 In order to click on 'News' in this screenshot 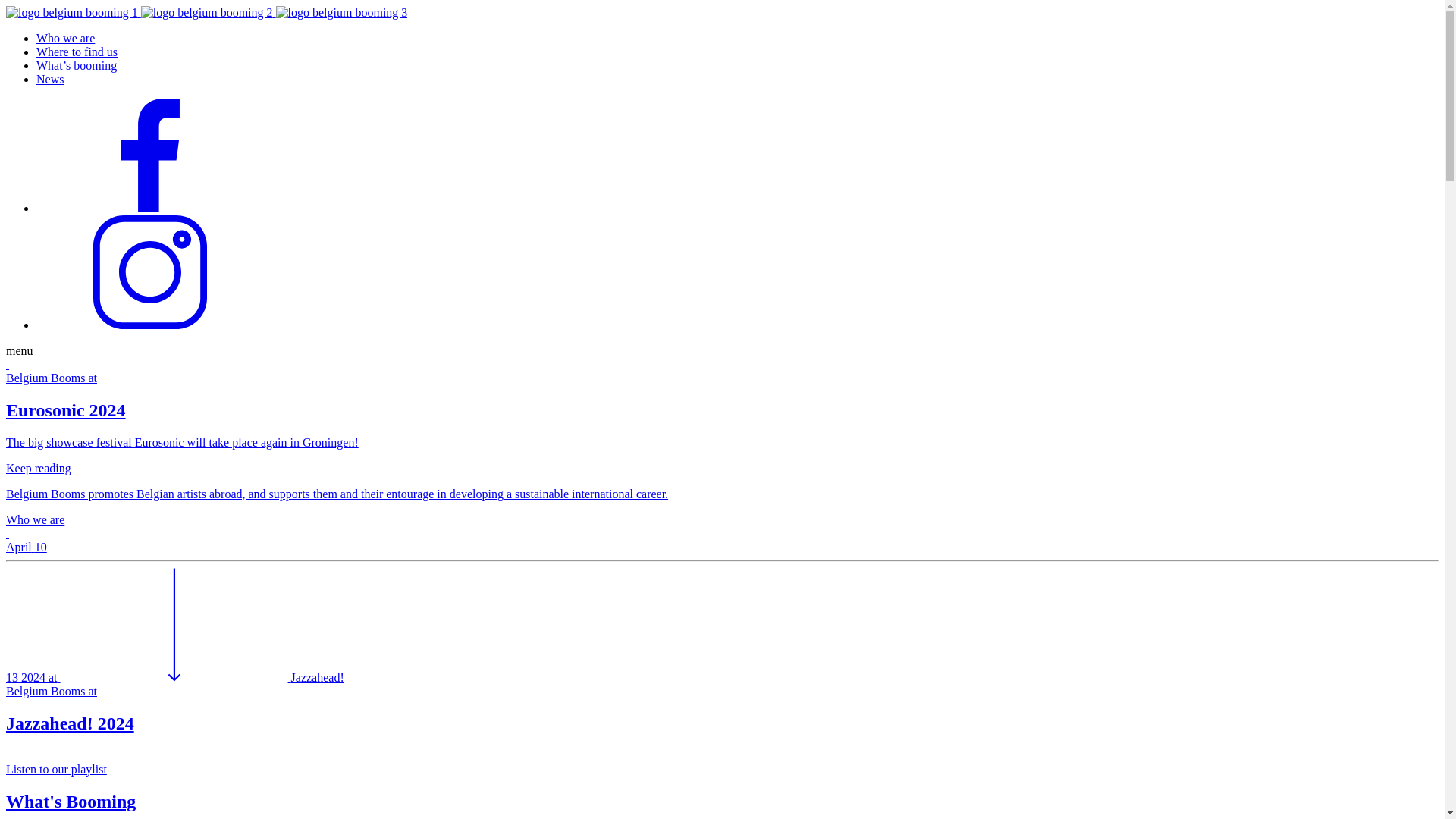, I will do `click(50, 79)`.